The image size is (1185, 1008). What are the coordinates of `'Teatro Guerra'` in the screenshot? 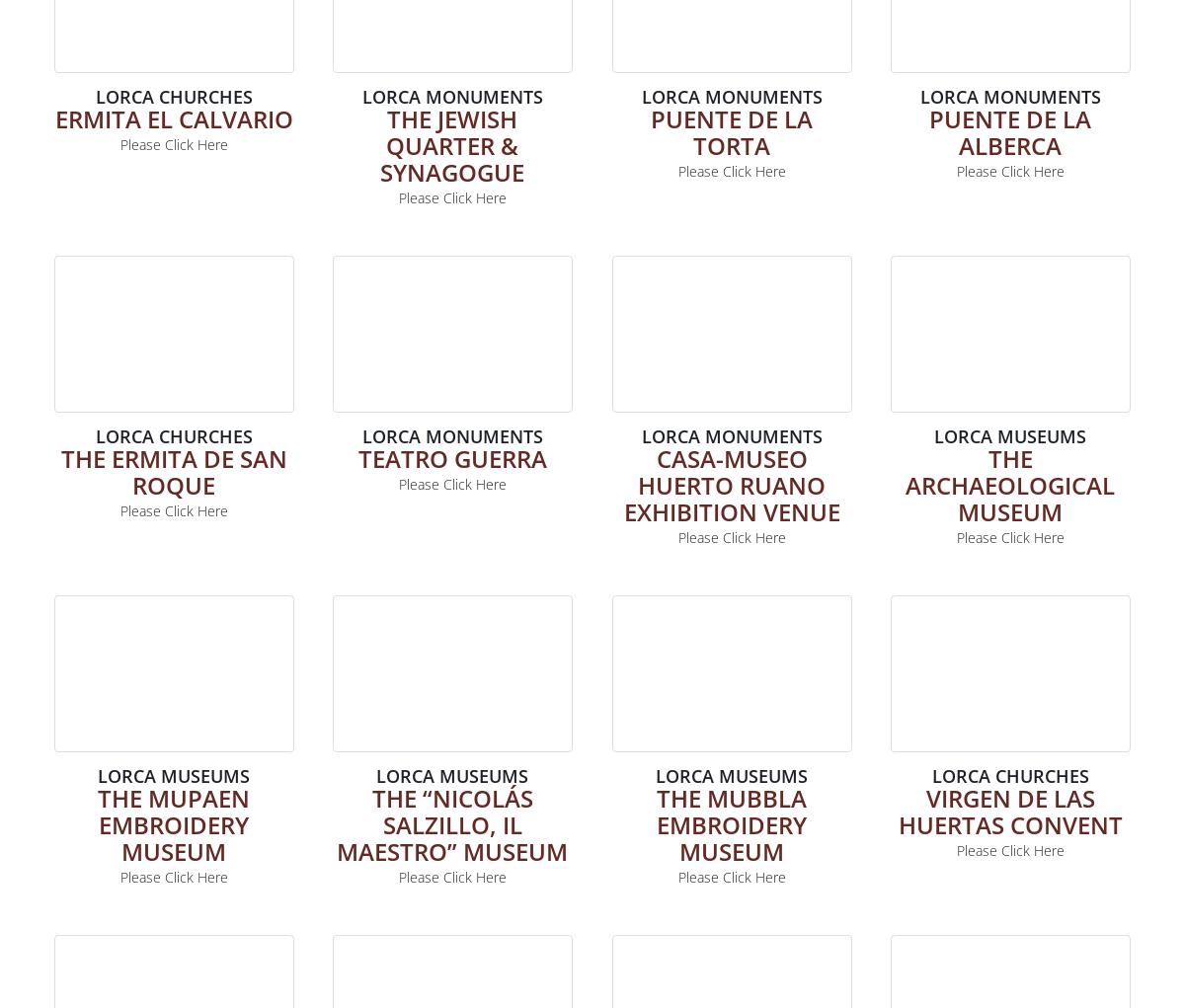 It's located at (450, 457).